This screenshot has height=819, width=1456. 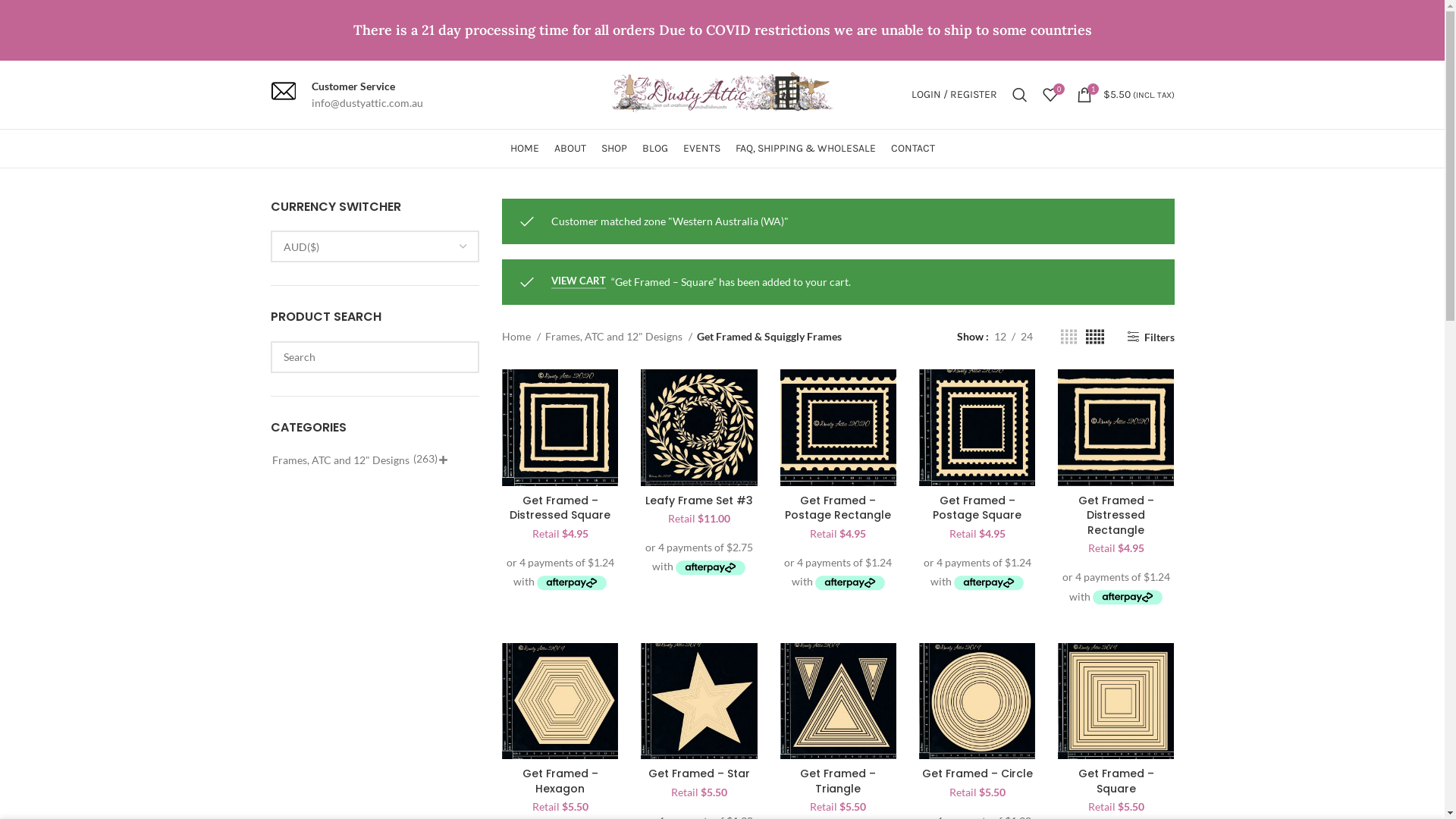 I want to click on '1, so click(x=1125, y=94).